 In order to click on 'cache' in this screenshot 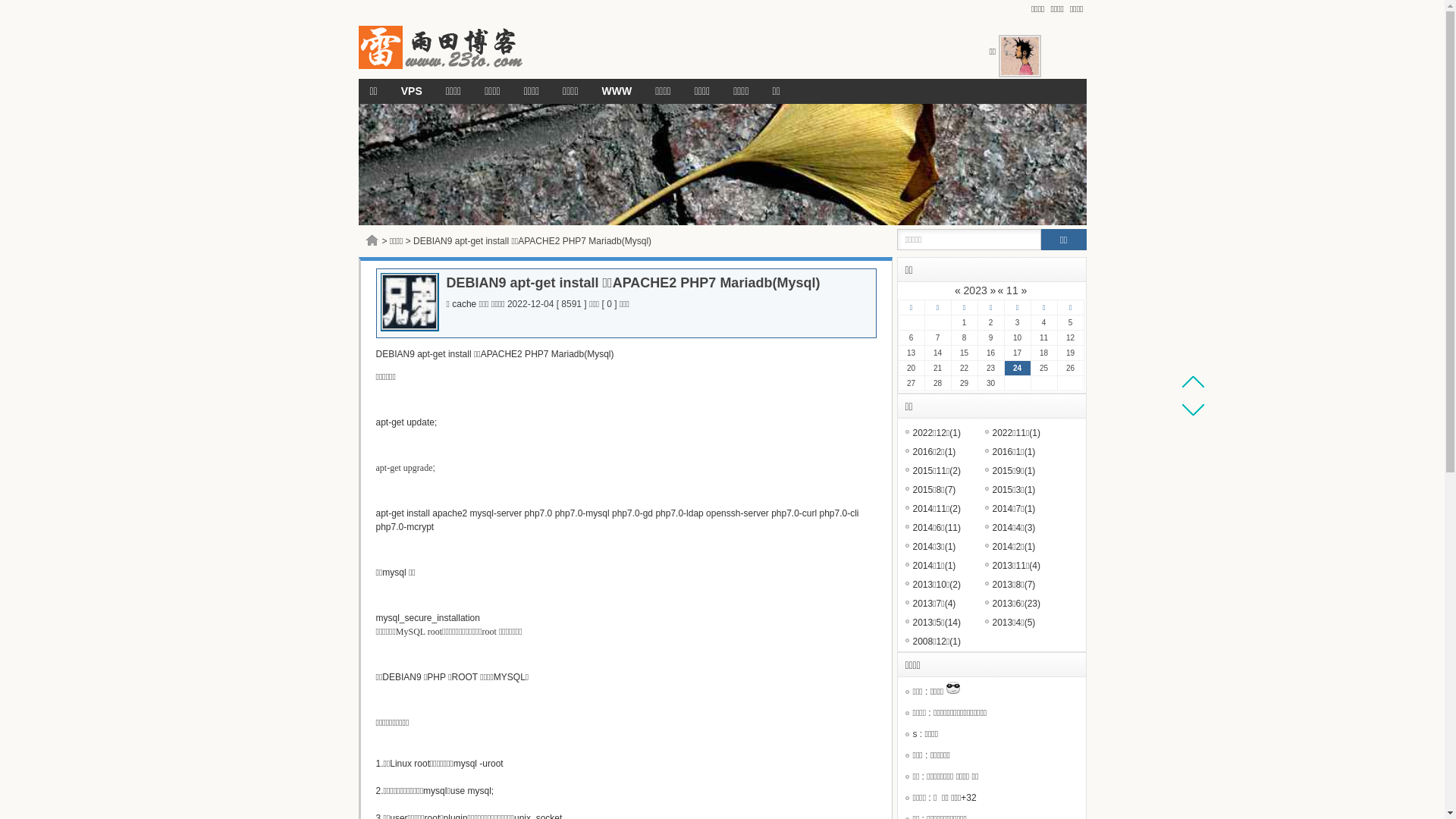, I will do `click(463, 304)`.